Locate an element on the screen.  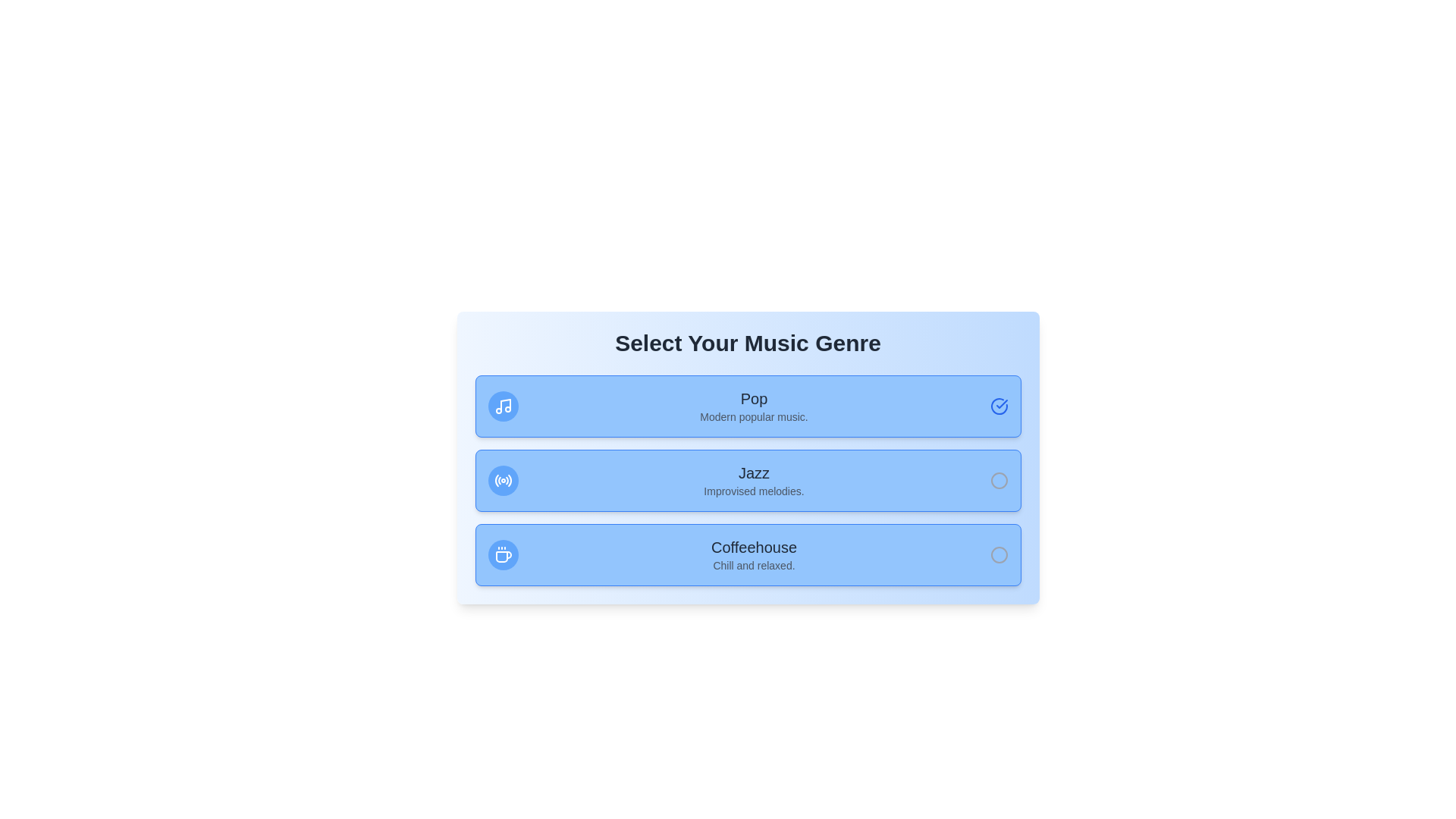
the 'Jazz' music genre button located in the second row of options, positioned at the leftmost part before the text 'Jazz' and 'Improvised melodies' is located at coordinates (503, 480).